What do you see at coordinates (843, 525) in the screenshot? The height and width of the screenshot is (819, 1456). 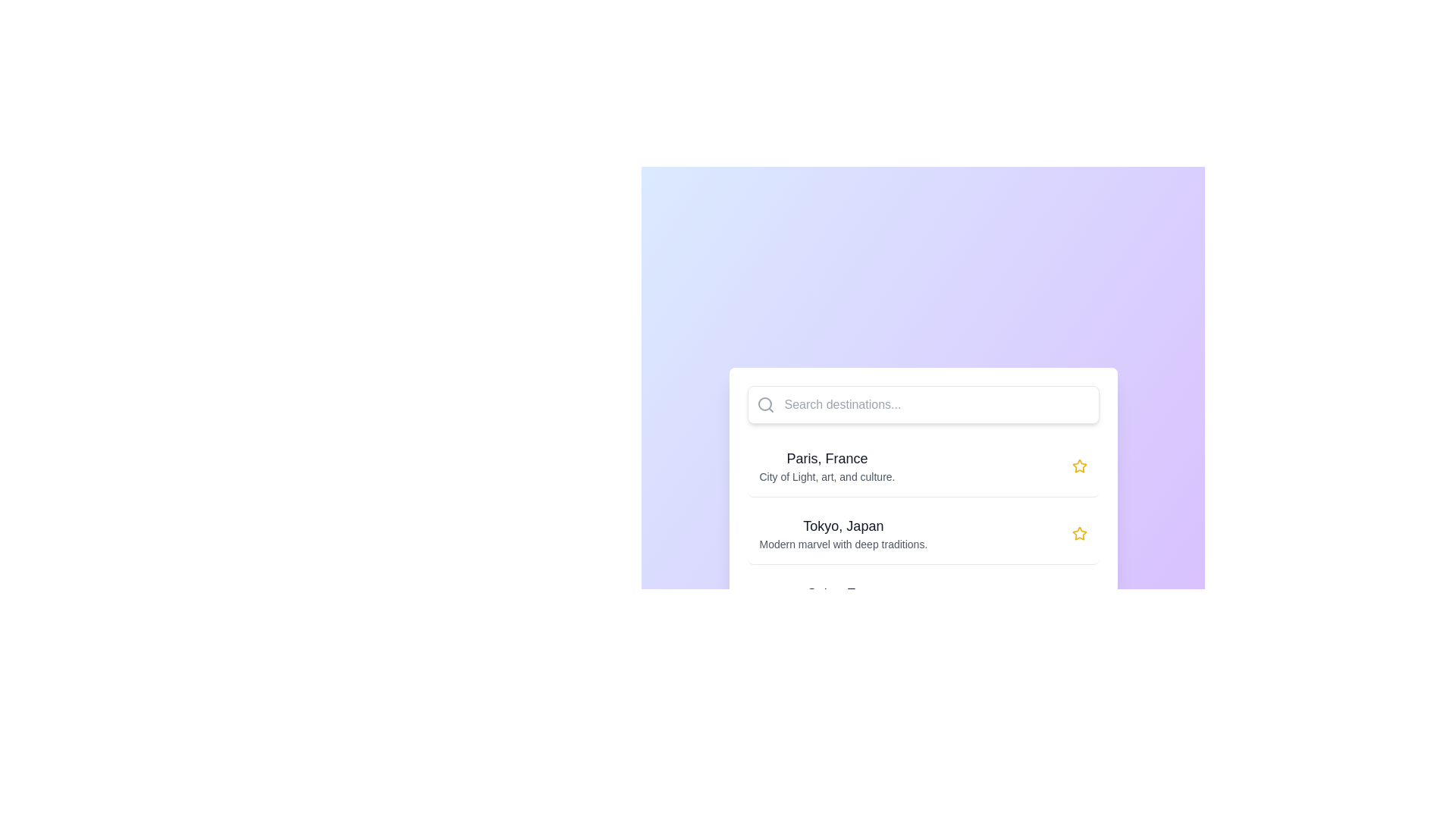 I see `the destination text label 'Tokyo, Japan' which is the second item in the list of destinations` at bounding box center [843, 525].